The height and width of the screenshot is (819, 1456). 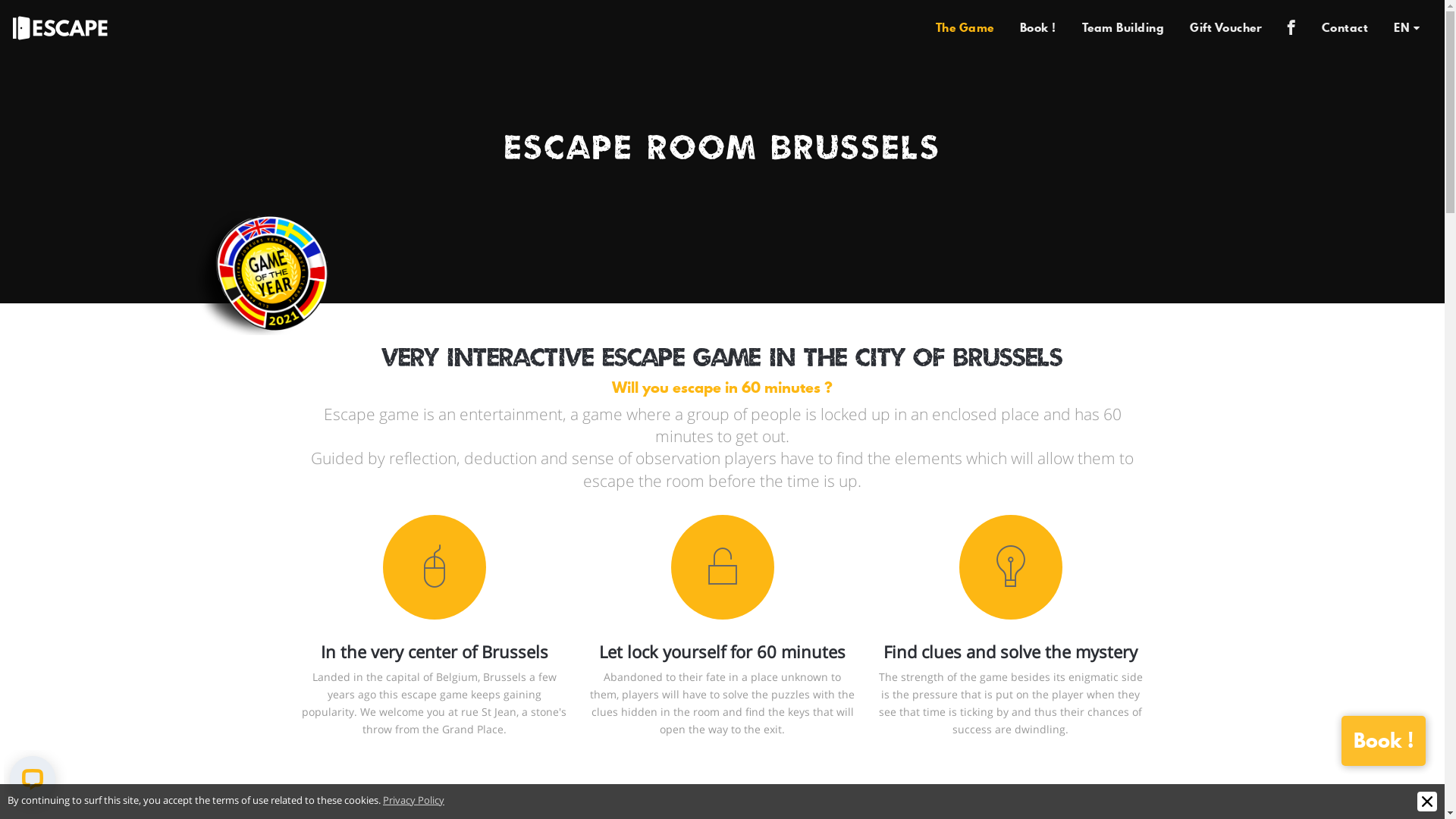 What do you see at coordinates (60, 26) in the screenshot?
I see `'Escape'` at bounding box center [60, 26].